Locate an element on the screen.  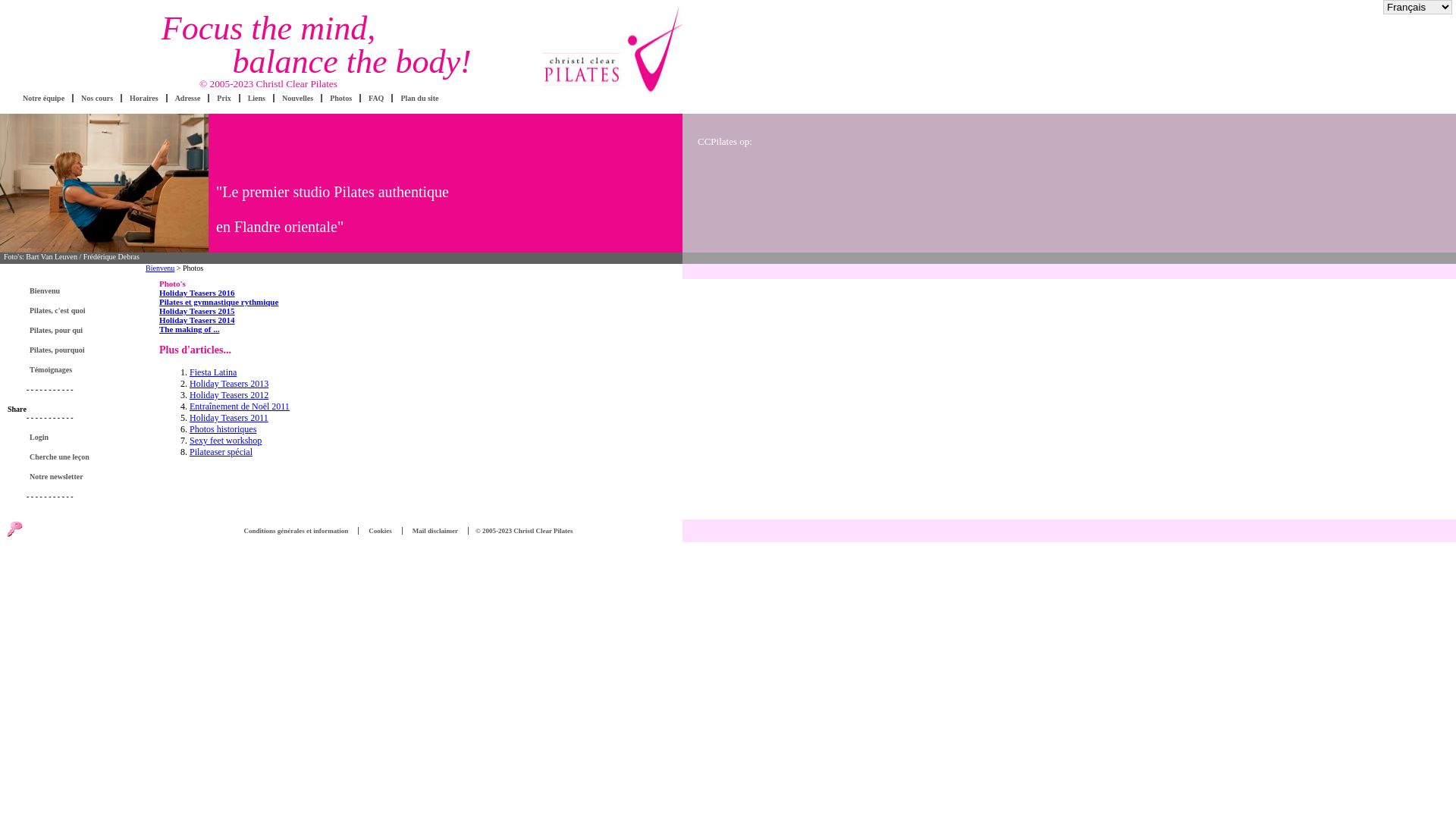
'Holiday Teasers 2016' is located at coordinates (196, 292).